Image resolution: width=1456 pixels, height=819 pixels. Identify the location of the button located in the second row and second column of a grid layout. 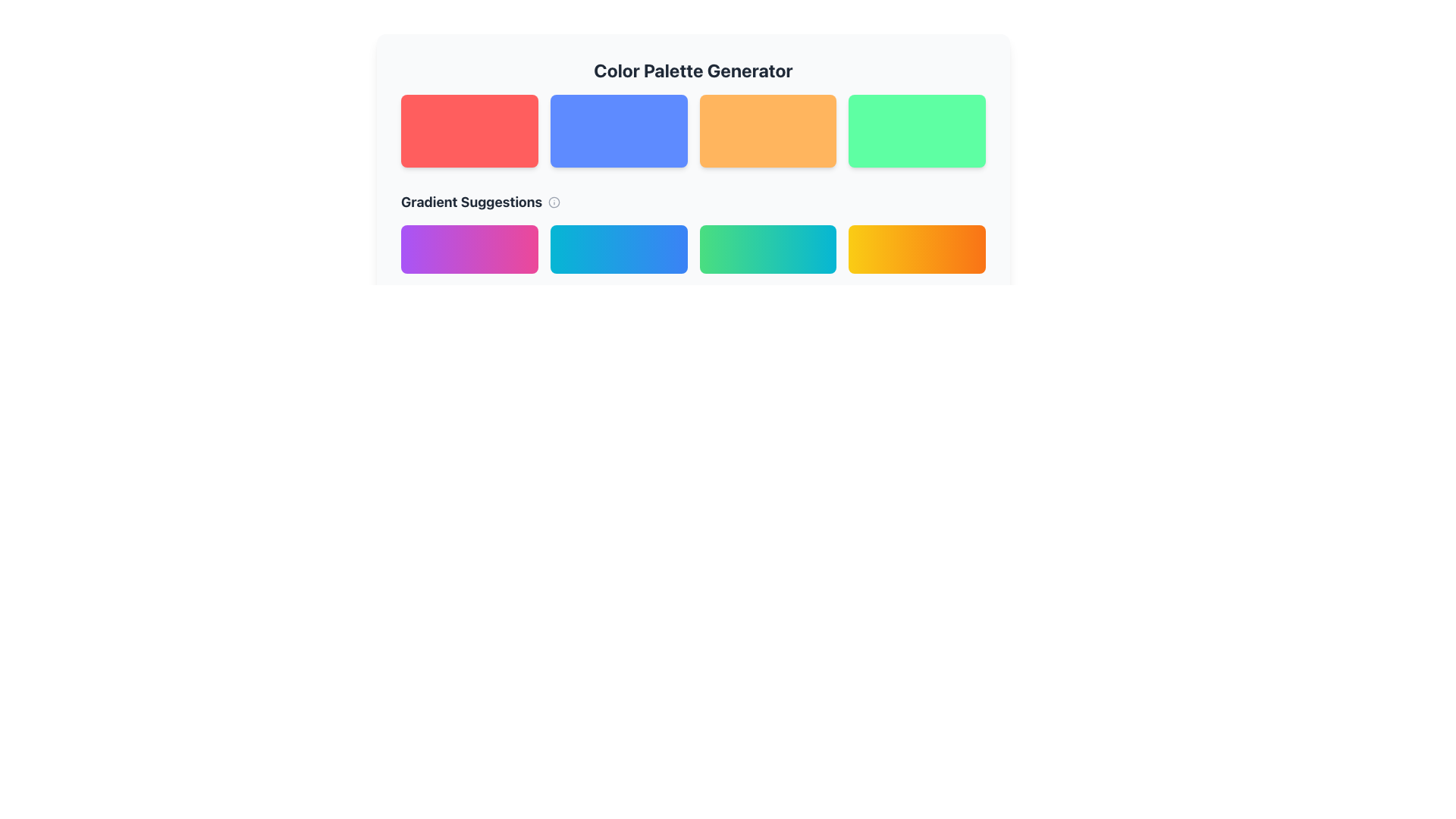
(619, 248).